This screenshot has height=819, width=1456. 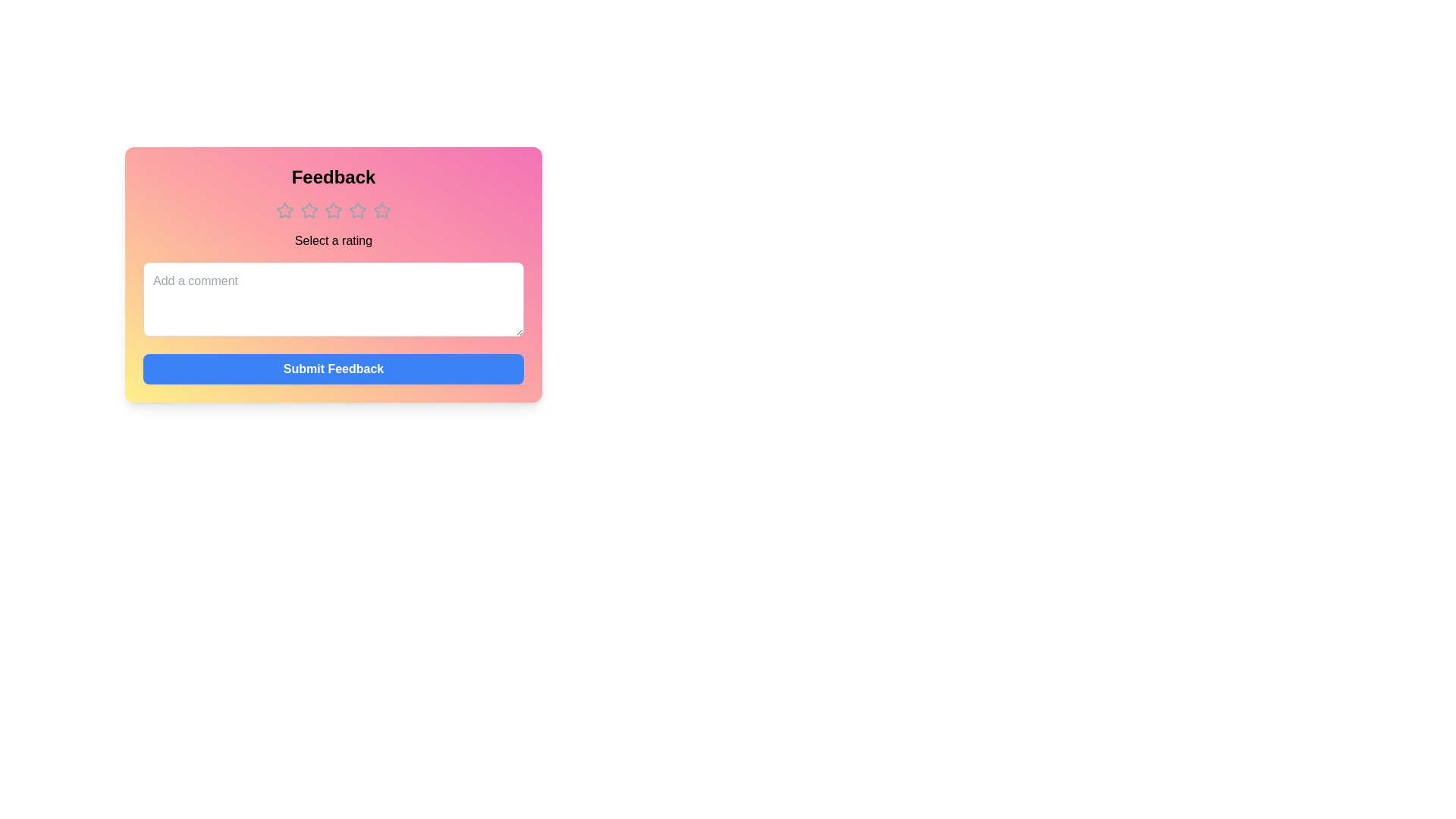 I want to click on the 'Submit Feedback' button to submit the feedback, so click(x=333, y=369).